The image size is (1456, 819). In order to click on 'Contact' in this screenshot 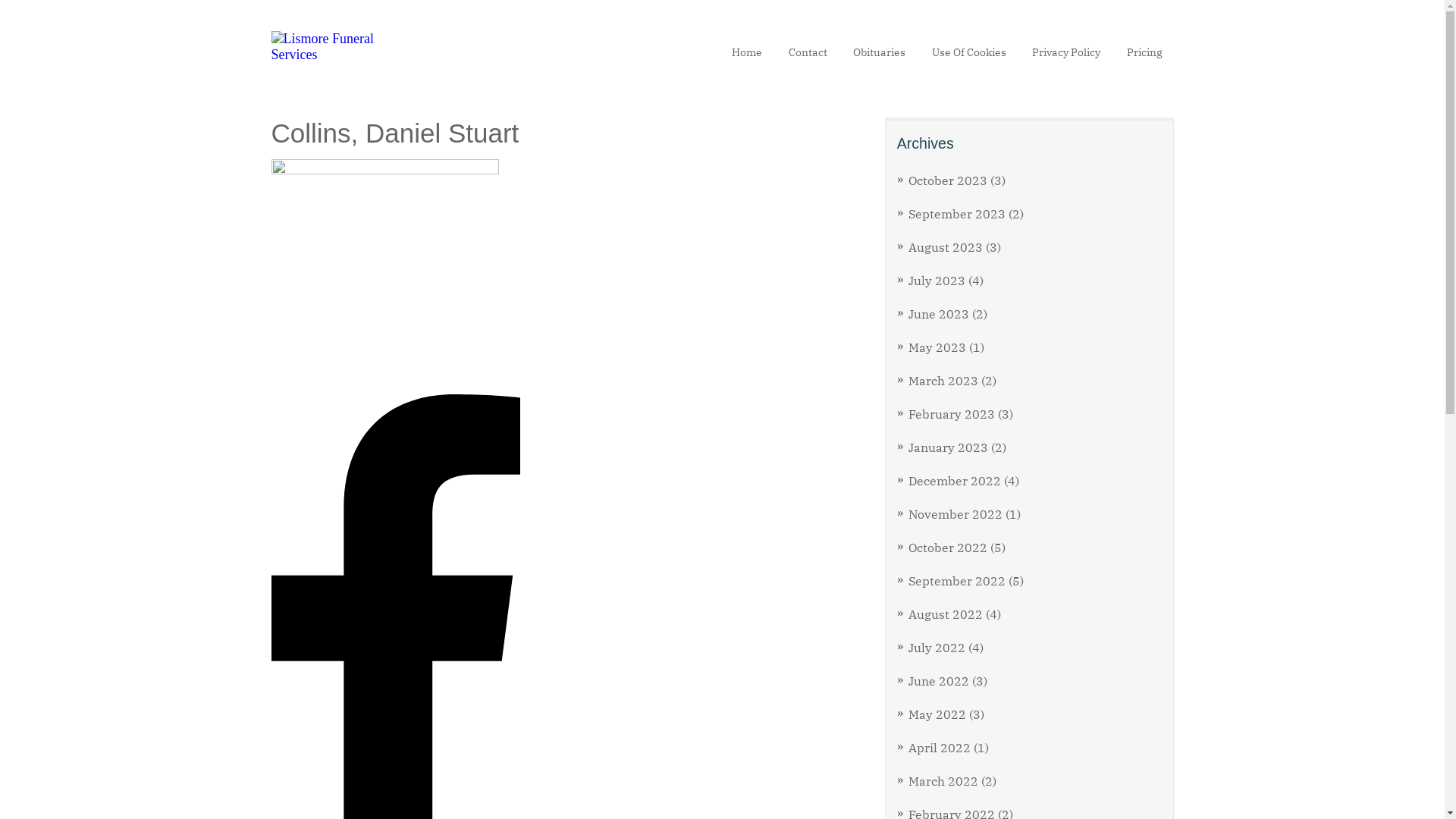, I will do `click(807, 52)`.